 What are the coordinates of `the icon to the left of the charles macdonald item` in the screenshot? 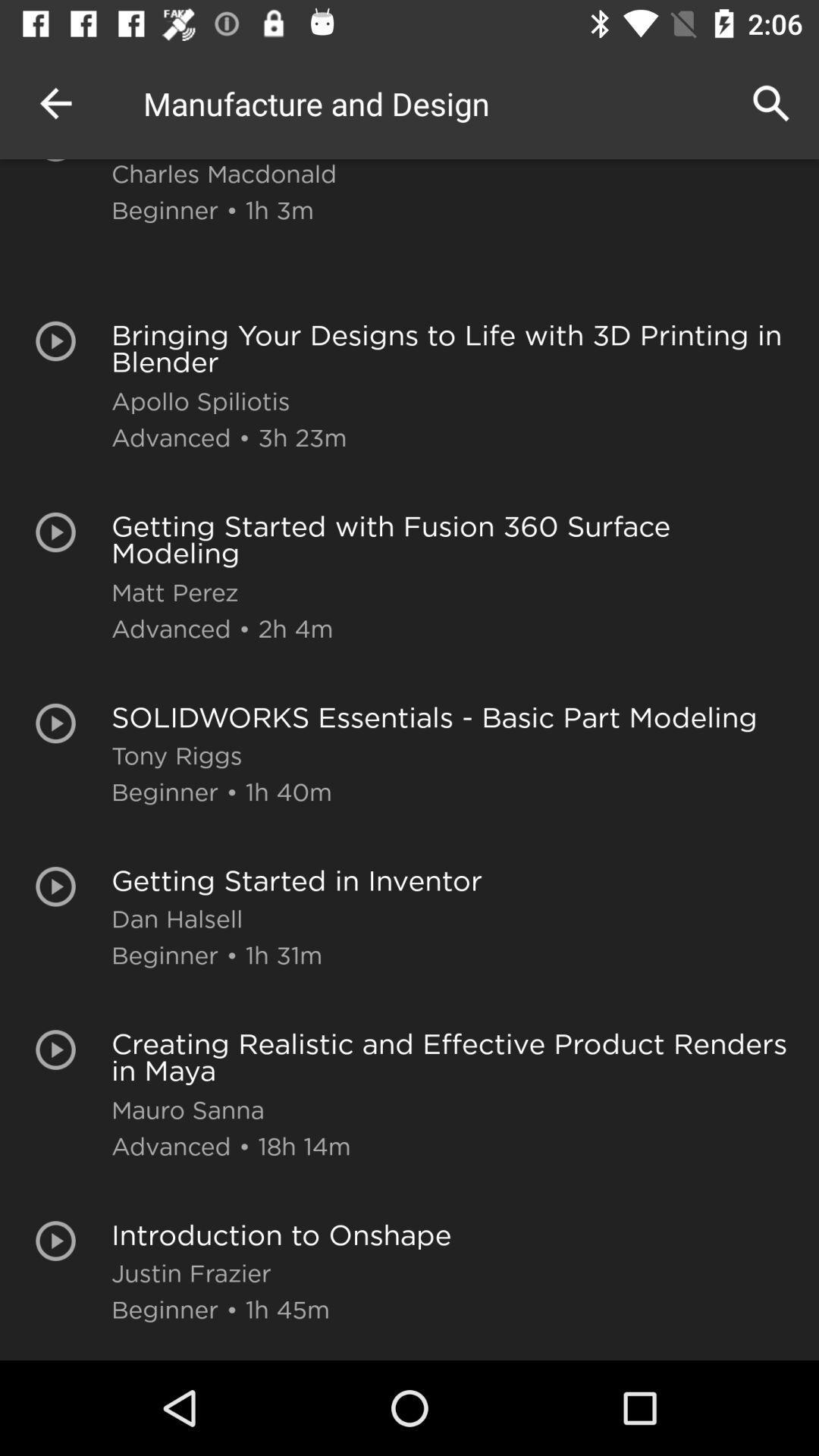 It's located at (55, 102).